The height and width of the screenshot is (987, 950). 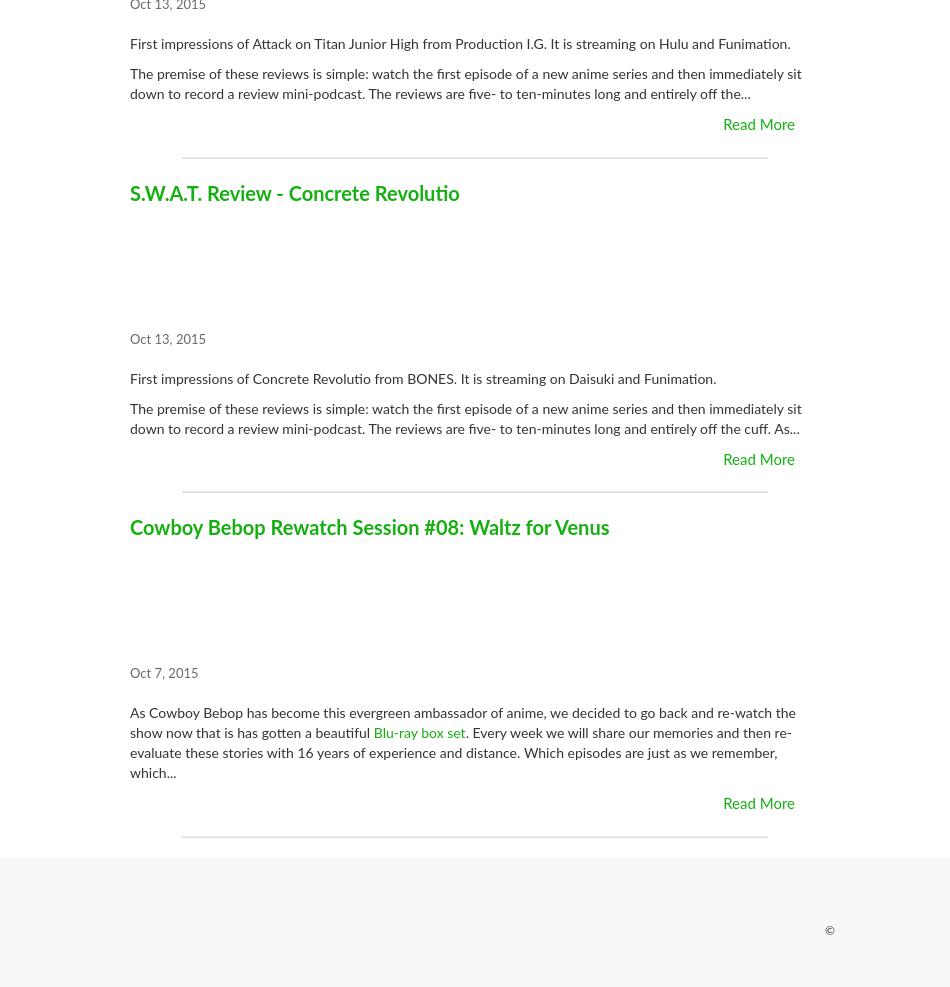 What do you see at coordinates (129, 418) in the screenshot?
I see `'The premise of these reviews is simple: watch the first episode
of a new anime series and then immediately sit down to record a
review mini-podcast. The reviews are five- to ten-minutes long and
entirely off the cuff. As...'` at bounding box center [129, 418].